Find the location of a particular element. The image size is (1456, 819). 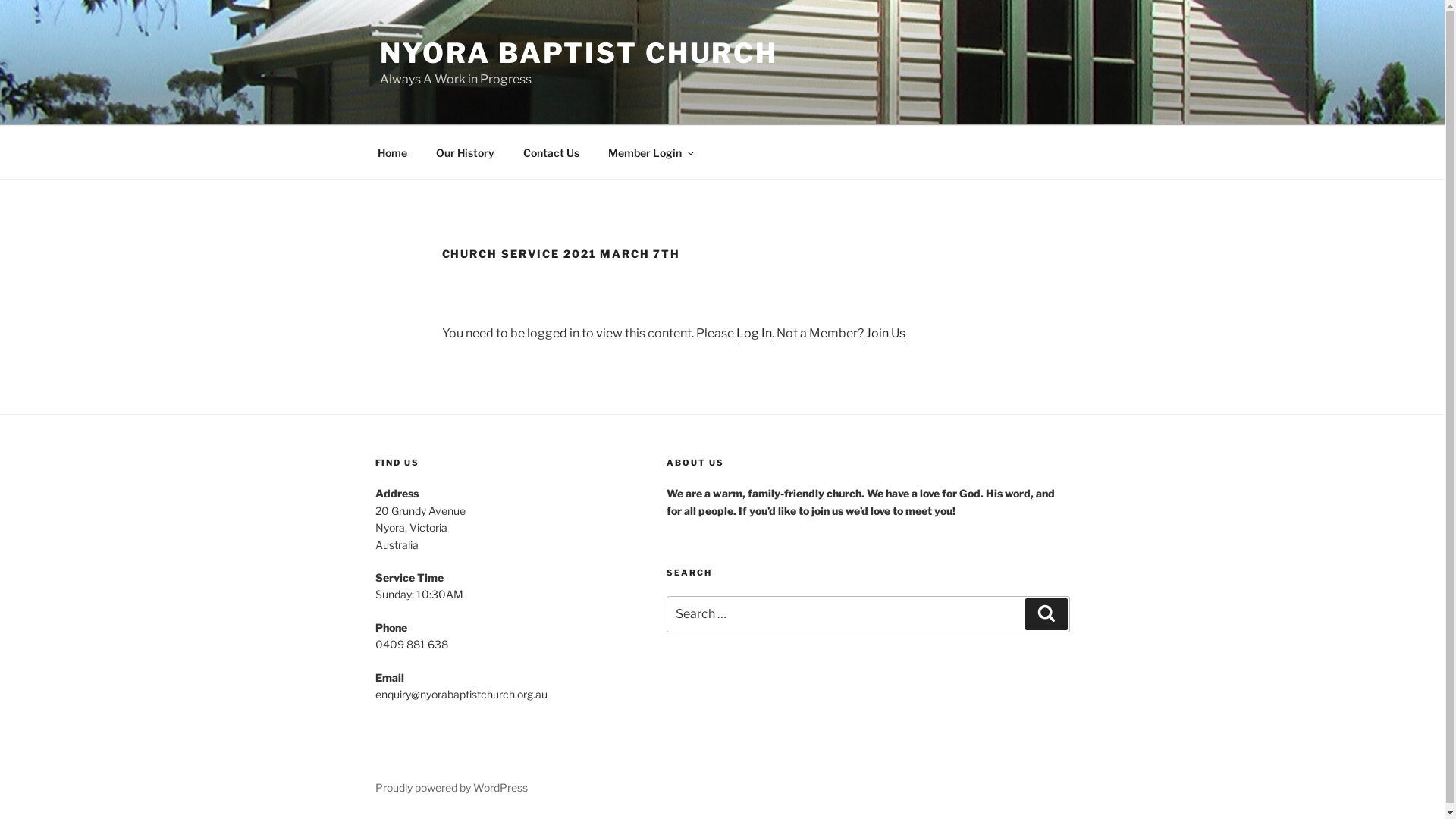

'Proudly powered by WordPress' is located at coordinates (450, 786).